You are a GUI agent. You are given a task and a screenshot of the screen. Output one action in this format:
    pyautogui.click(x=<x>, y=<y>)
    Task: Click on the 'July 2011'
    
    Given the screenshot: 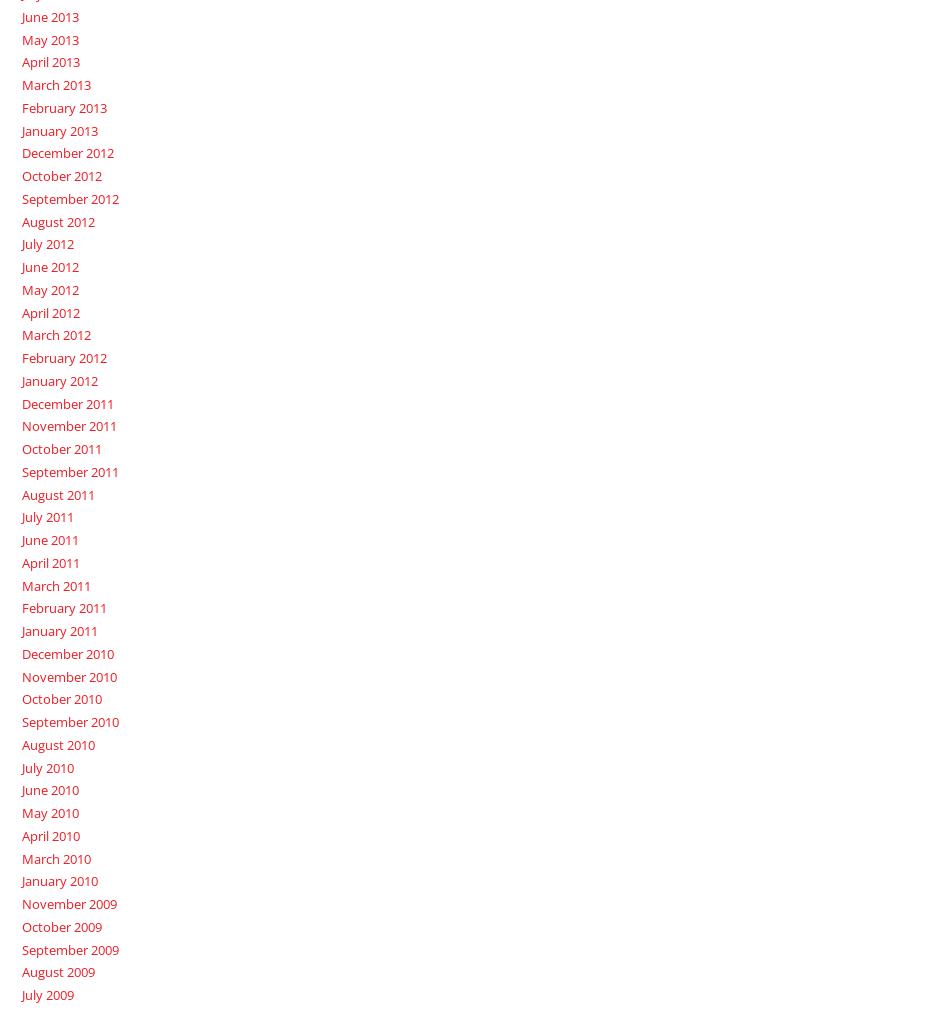 What is the action you would take?
    pyautogui.click(x=47, y=517)
    